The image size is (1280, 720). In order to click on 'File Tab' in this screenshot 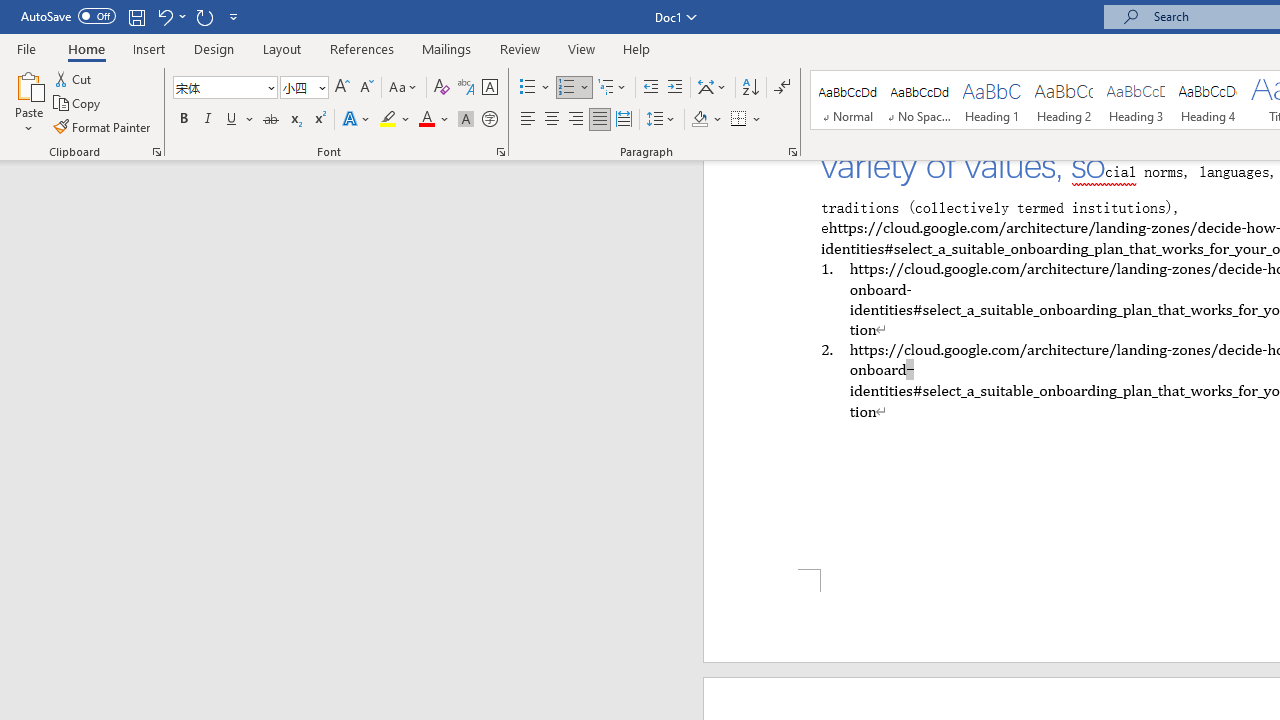, I will do `click(26, 47)`.